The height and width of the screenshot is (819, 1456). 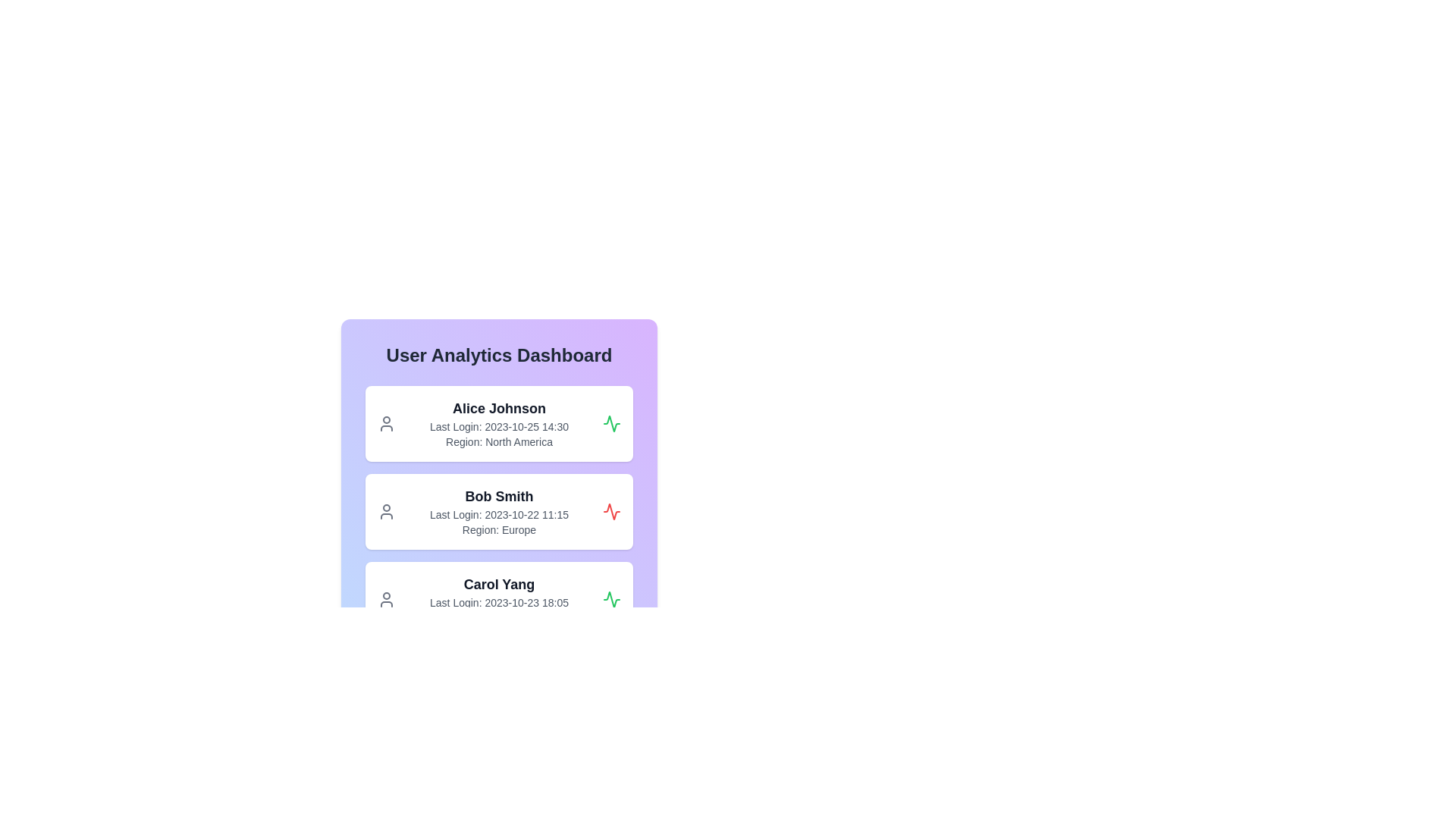 What do you see at coordinates (499, 424) in the screenshot?
I see `the Profile Information Card located at the top of the user profile list in the User Analytics Dashboard to interact with its sub-elements` at bounding box center [499, 424].